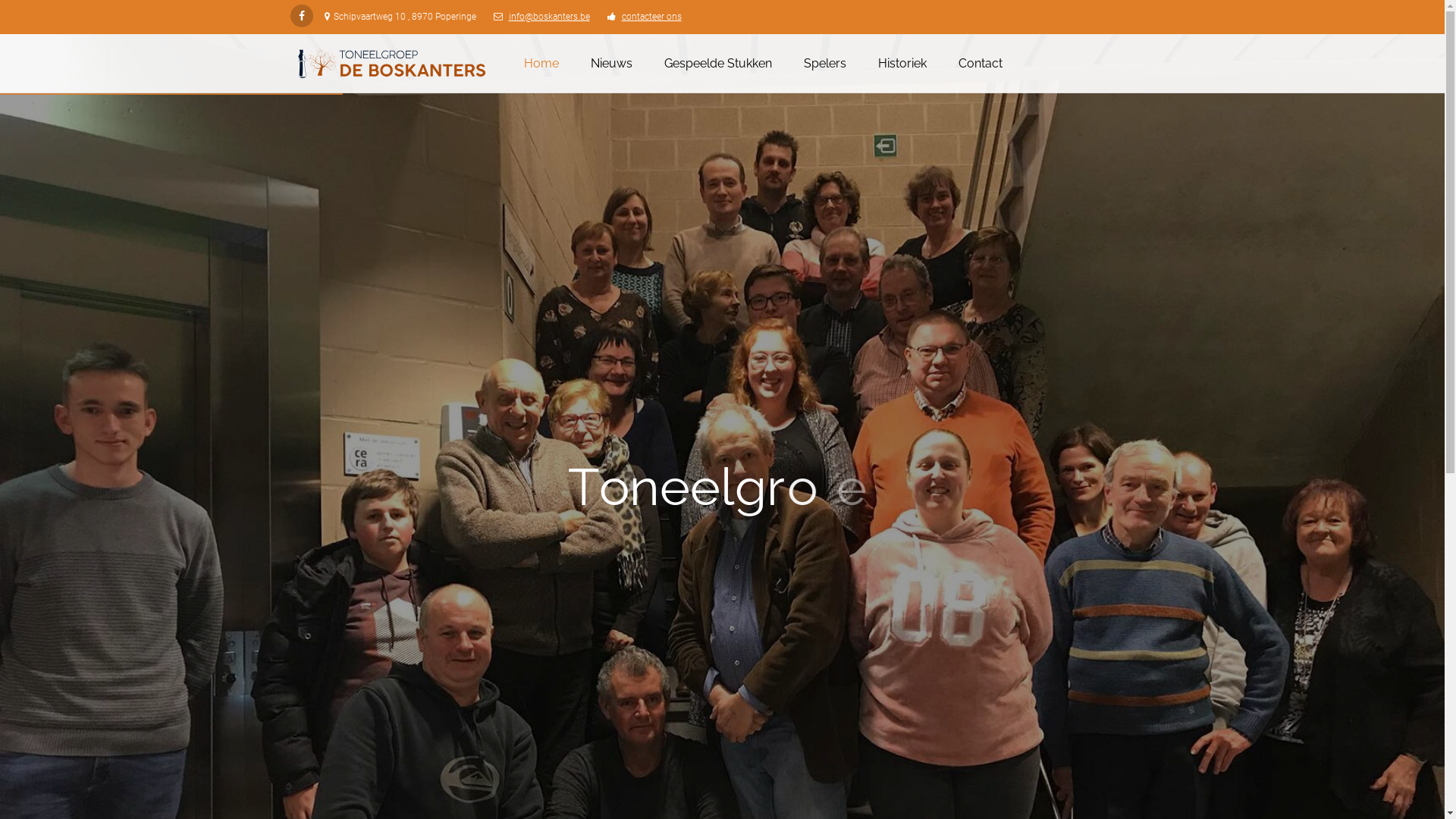  Describe the element at coordinates (578, 63) in the screenshot. I see `'Nieuws'` at that location.